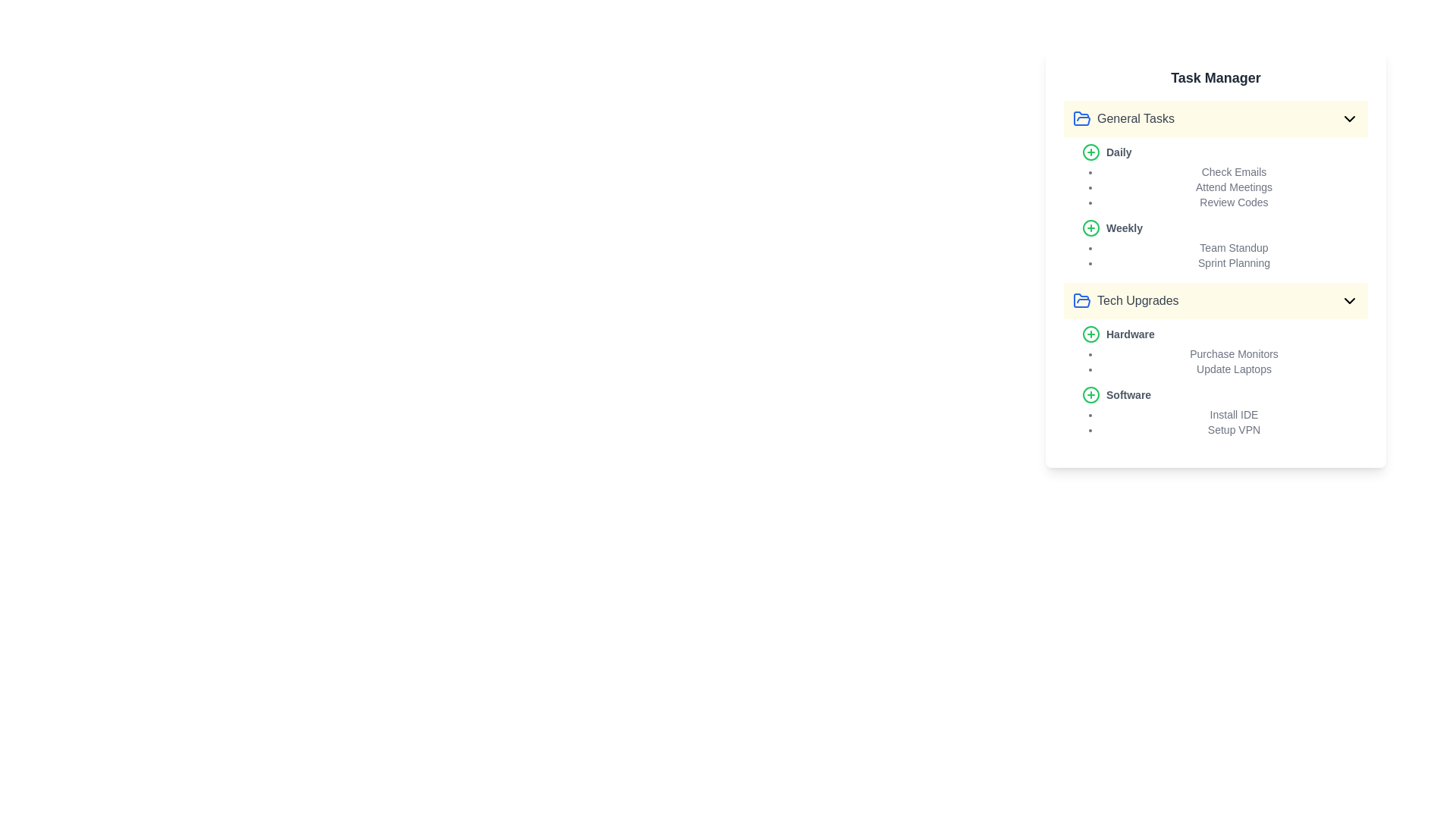 This screenshot has height=819, width=1456. What do you see at coordinates (1234, 415) in the screenshot?
I see `the 'Install IDE' text label in the 'Software' section of the 'Tech Upgrades' category, which is the first item in a bulleted list` at bounding box center [1234, 415].